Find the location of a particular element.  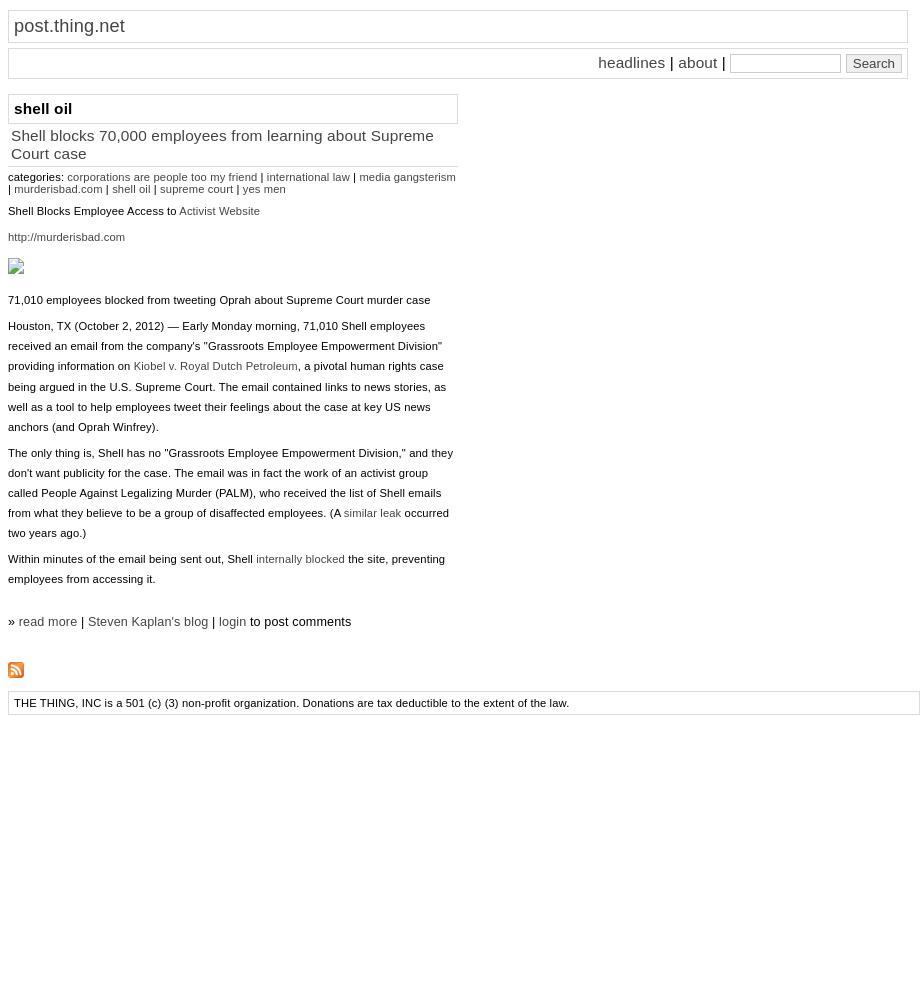

'Activist Website' is located at coordinates (218, 210).